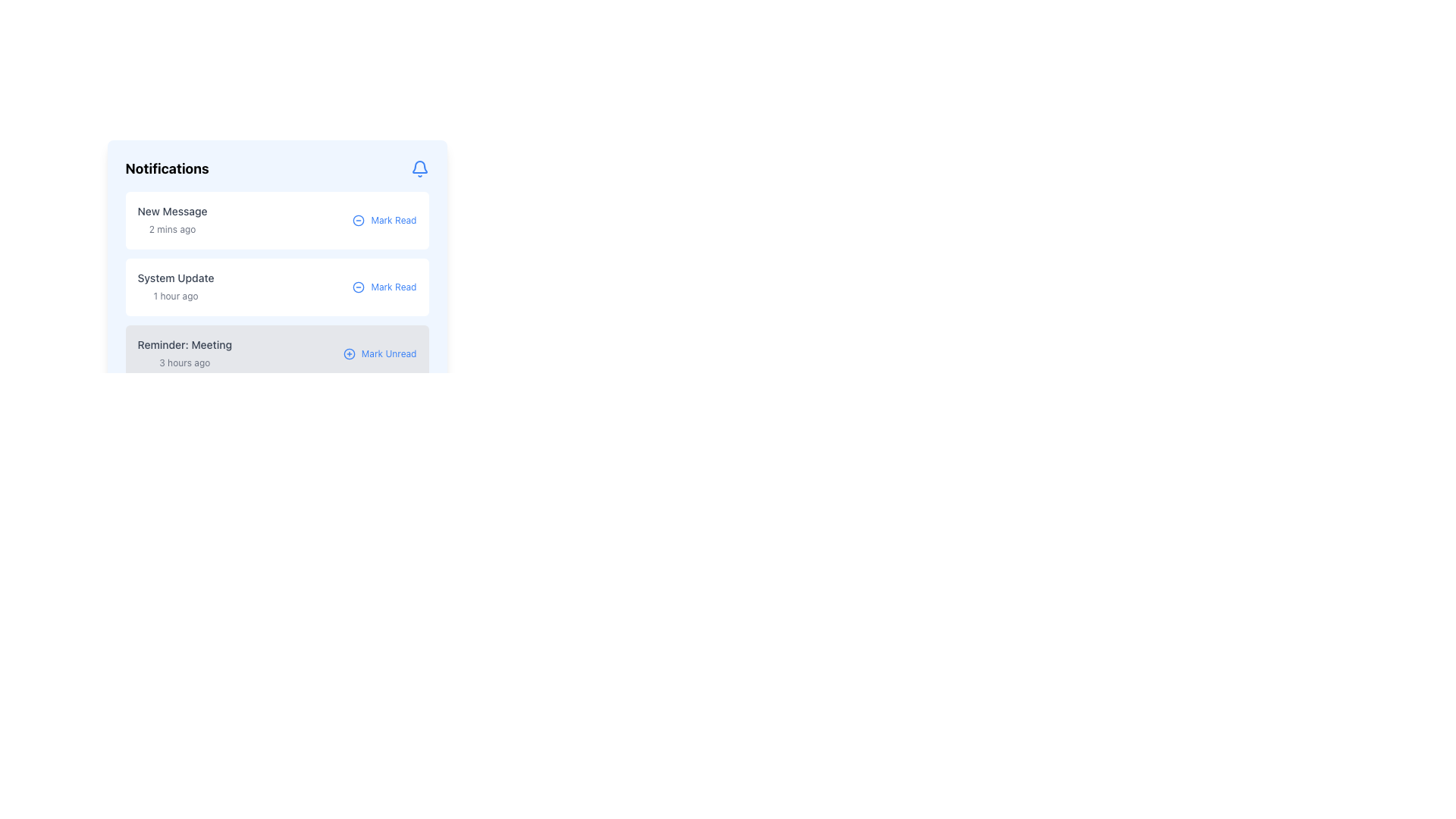  Describe the element at coordinates (172, 229) in the screenshot. I see `the text label displaying the elapsed time since the 'New Message' notification in the 'Notifications' panel, located below the bold 'New Message' text` at that location.